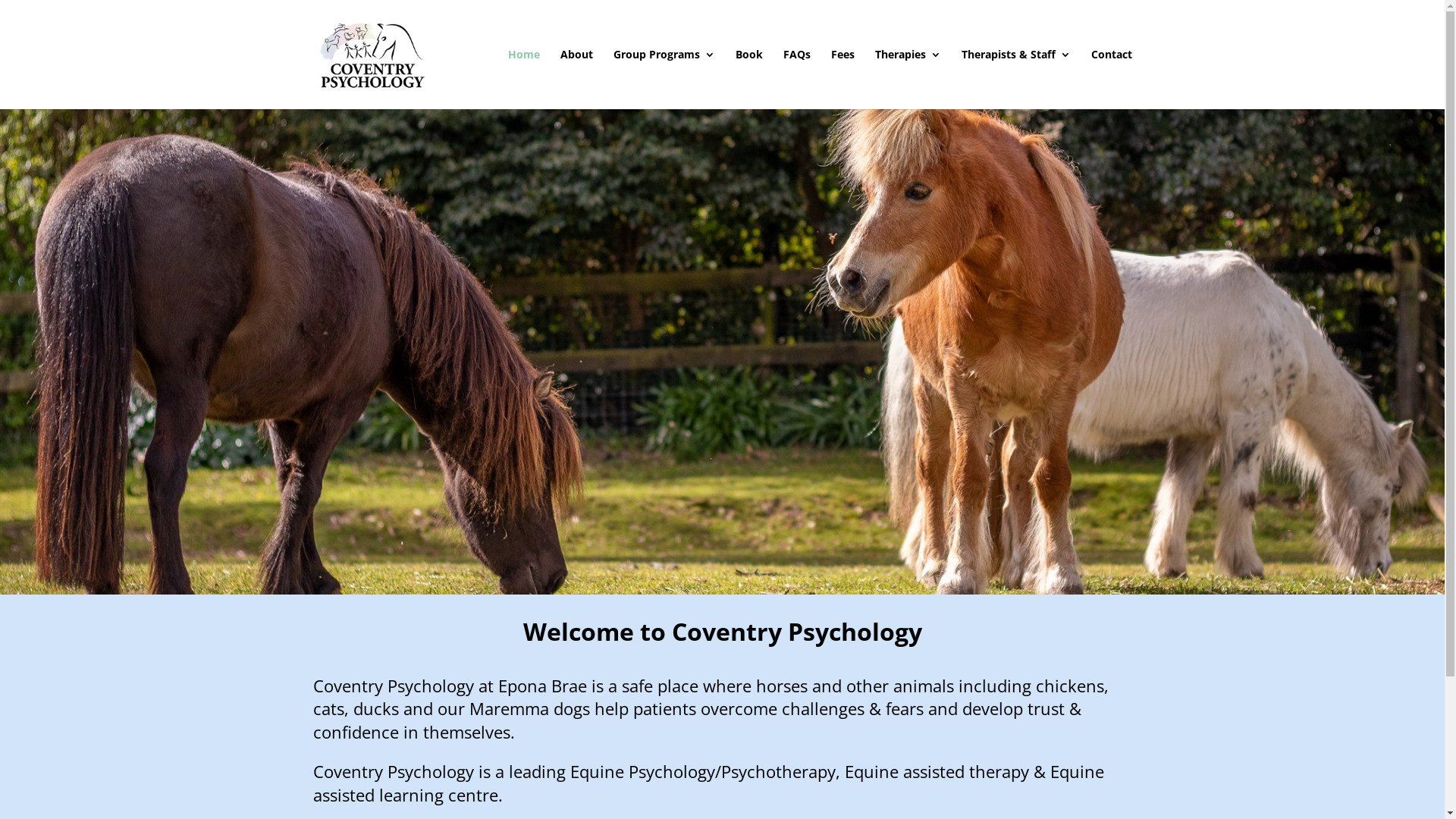  Describe the element at coordinates (663, 79) in the screenshot. I see `'Group Programs'` at that location.